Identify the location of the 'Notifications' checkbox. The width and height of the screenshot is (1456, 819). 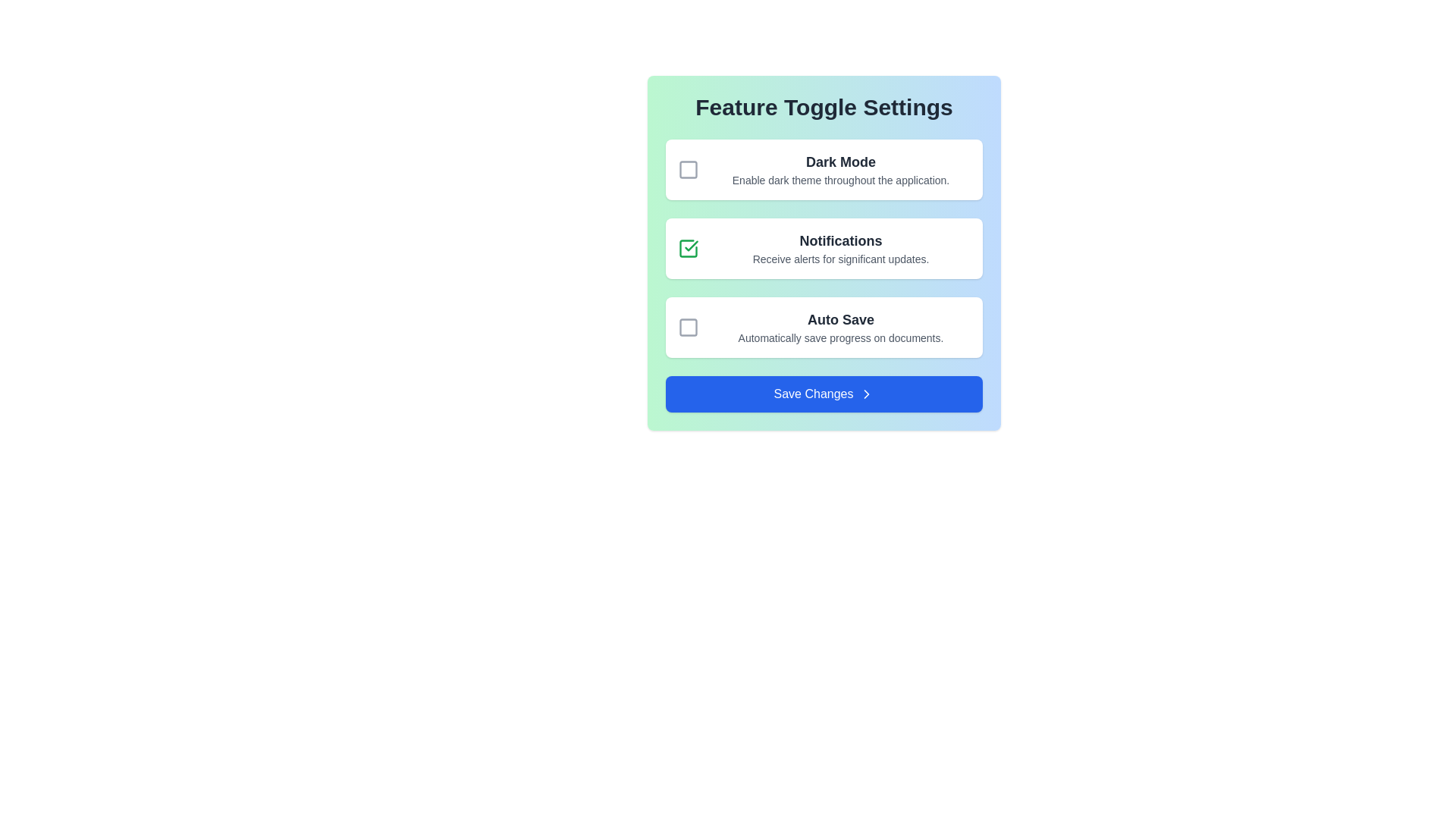
(687, 247).